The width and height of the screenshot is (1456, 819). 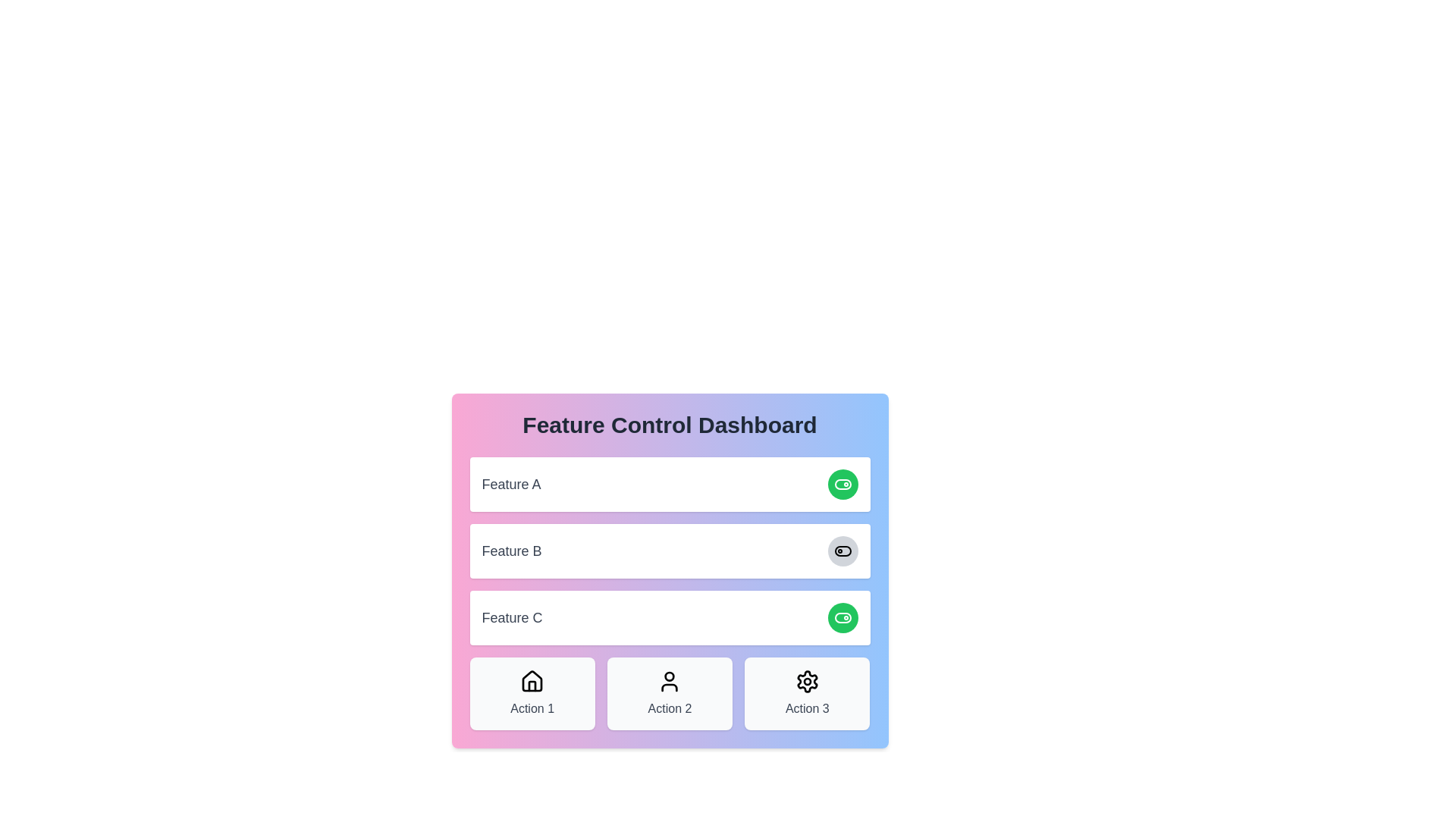 What do you see at coordinates (806, 693) in the screenshot?
I see `the 'Action 3' button which is a rectangular button with a light gray background, rounded corners, and a gear icon above the text label` at bounding box center [806, 693].